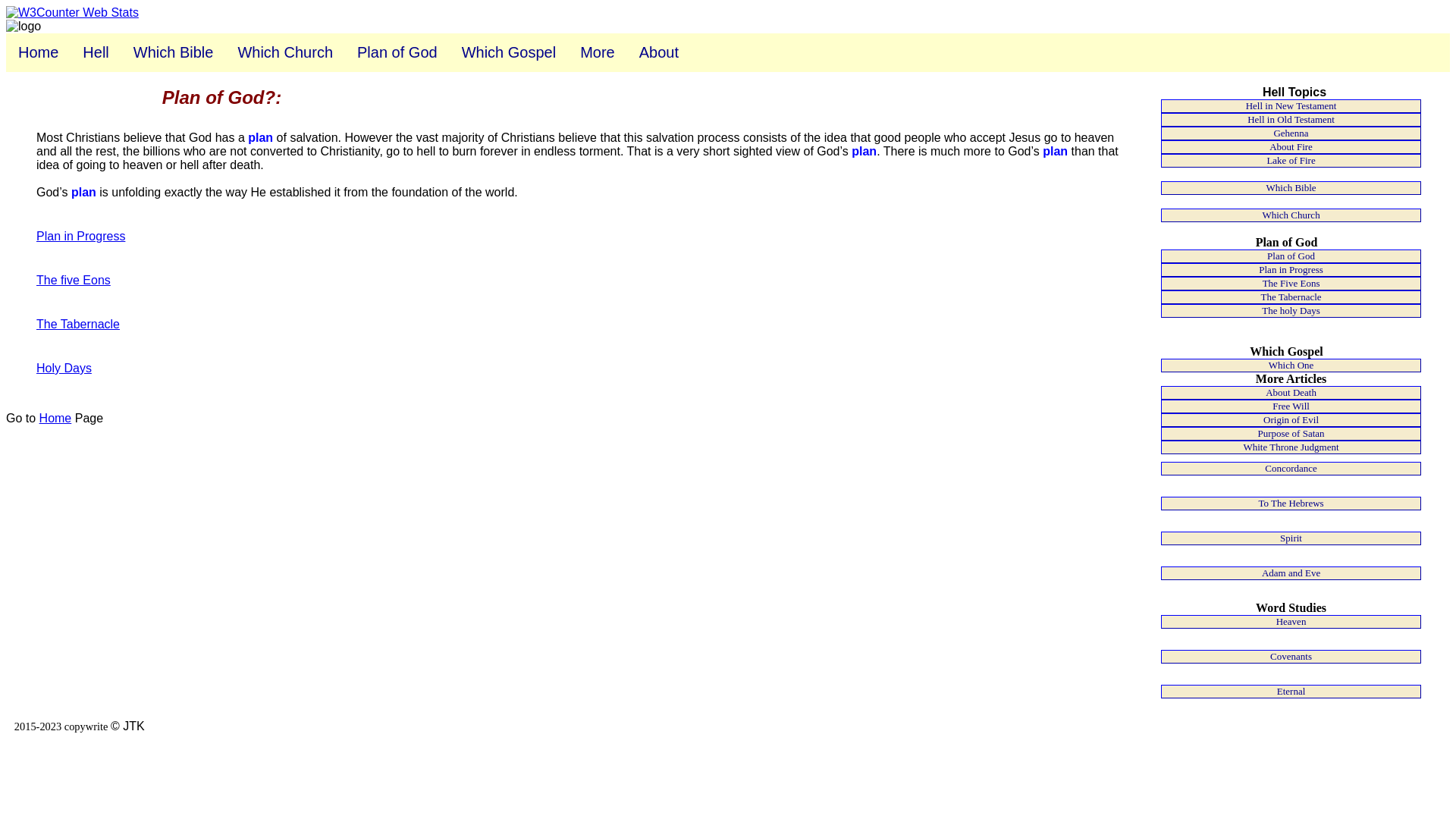  What do you see at coordinates (77, 323) in the screenshot?
I see `'The Tabernacle'` at bounding box center [77, 323].